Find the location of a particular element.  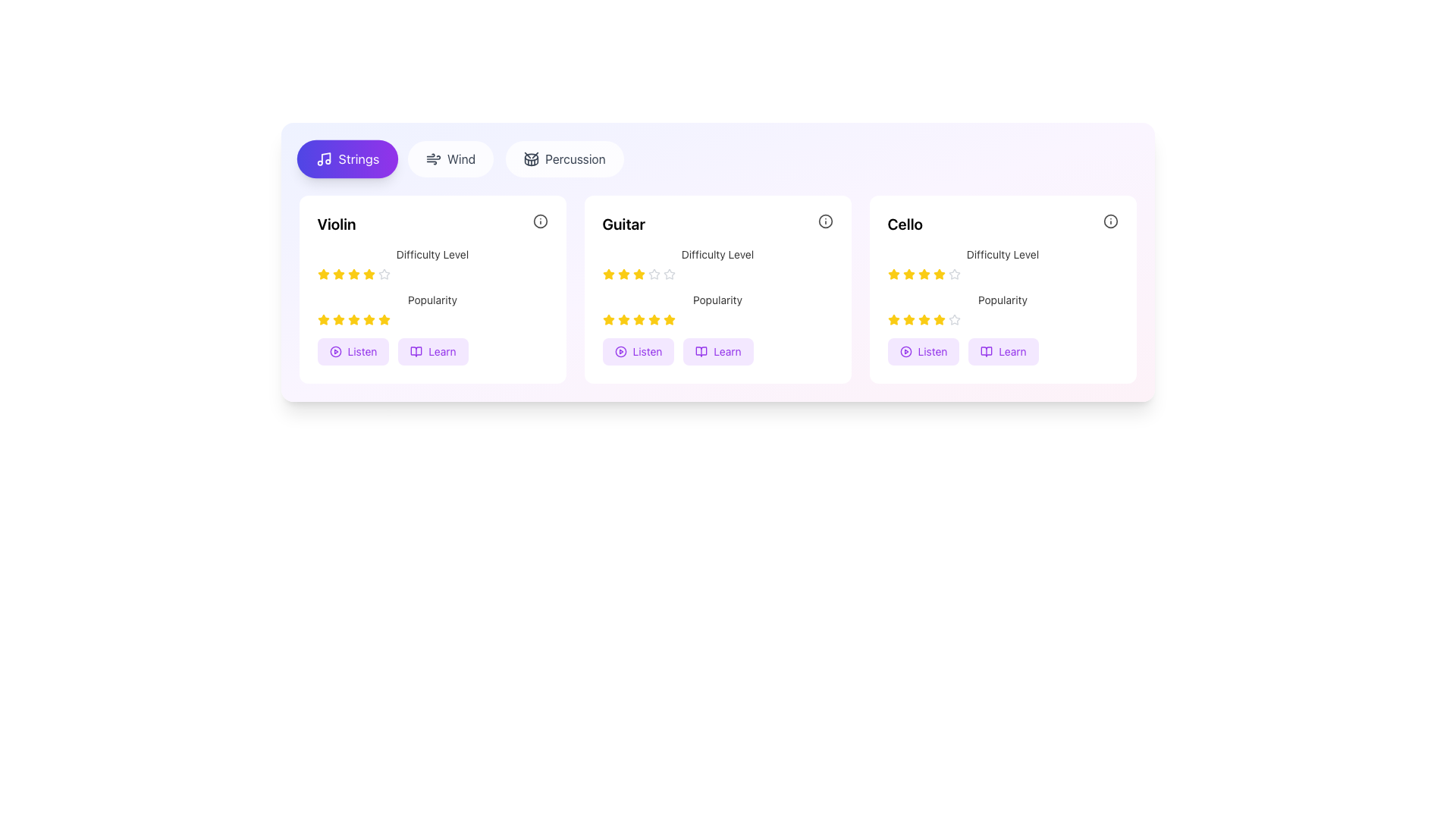

the 'Guitar' label which is a bold black text with an adjacent informational icon on the right is located at coordinates (717, 224).